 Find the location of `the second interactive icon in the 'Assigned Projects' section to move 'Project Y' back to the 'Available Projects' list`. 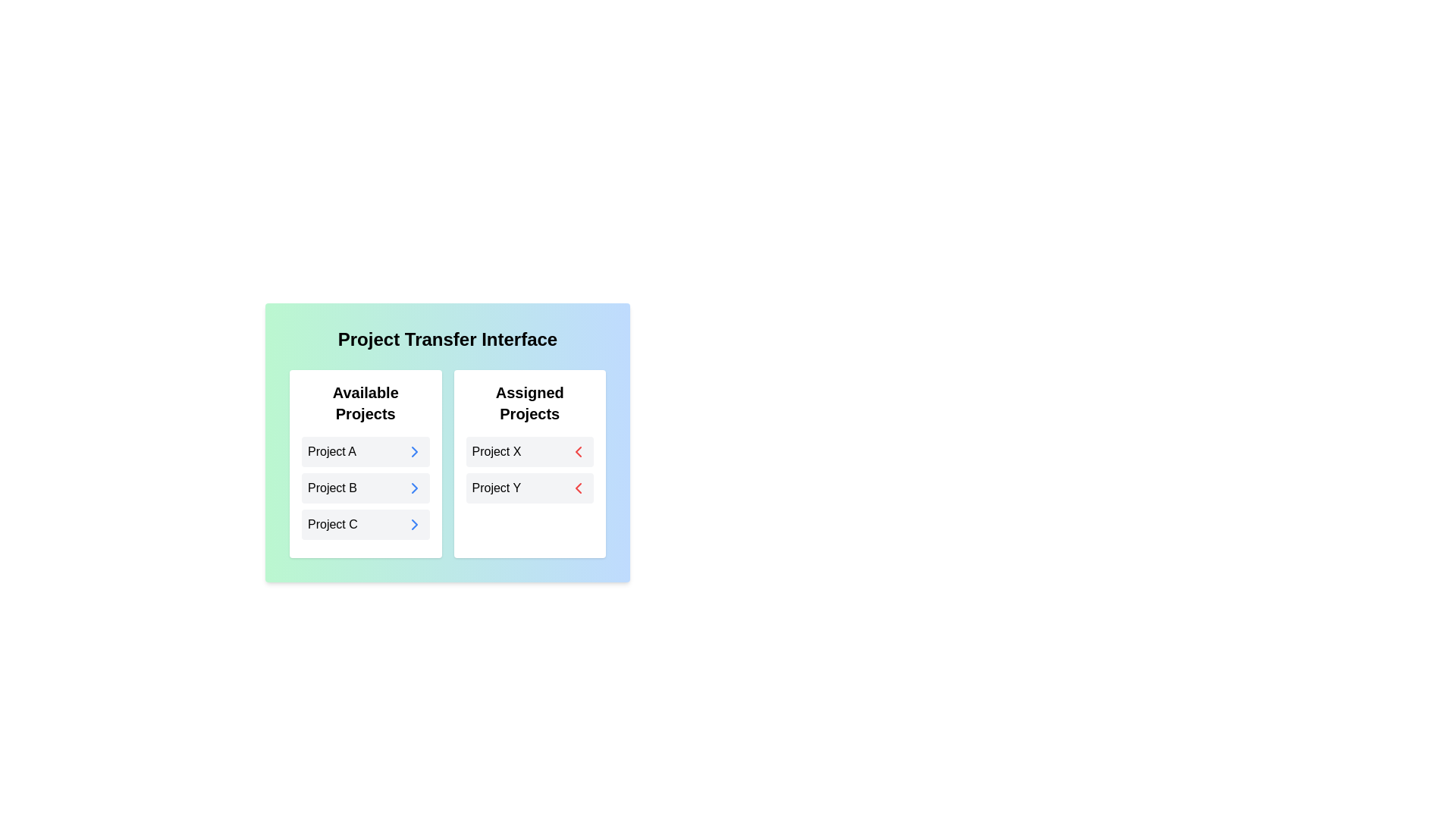

the second interactive icon in the 'Assigned Projects' section to move 'Project Y' back to the 'Available Projects' list is located at coordinates (578, 488).